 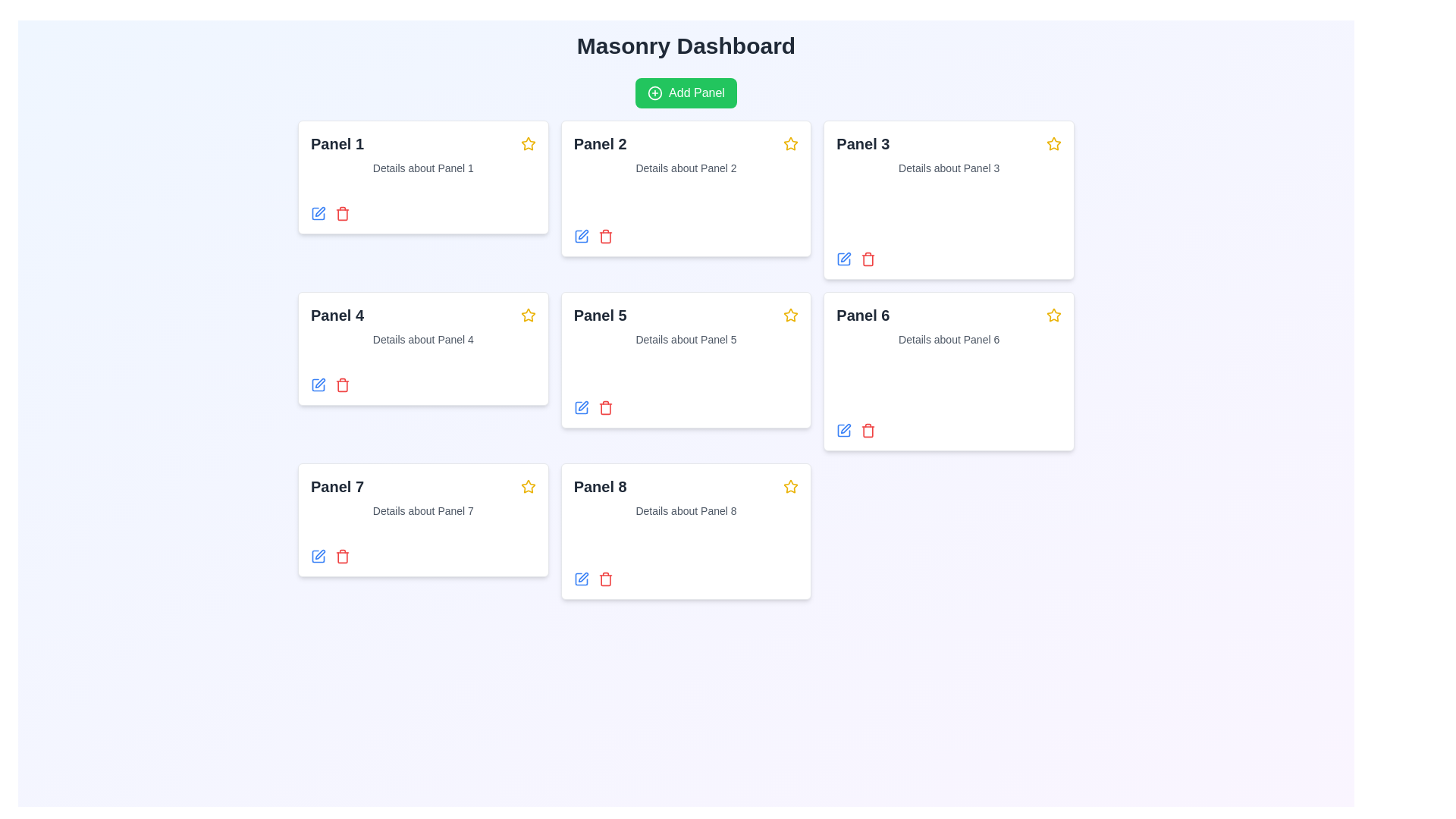 I want to click on the blue pen icon located at the bottom-left of the sixth panel, so click(x=843, y=430).